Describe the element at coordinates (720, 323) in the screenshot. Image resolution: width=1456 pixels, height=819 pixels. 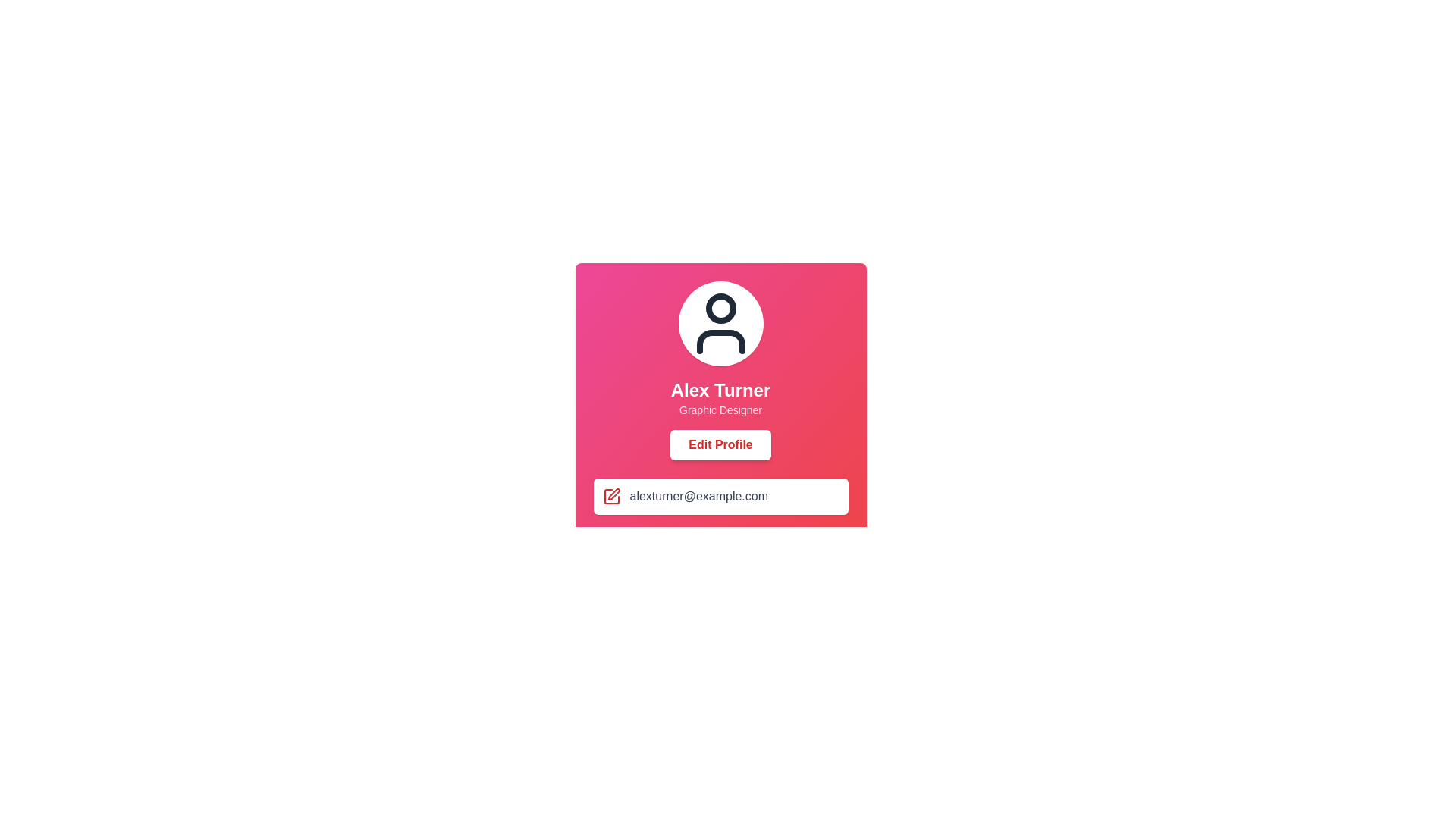
I see `the circular user silhouette icon at the top of the profile card, which features a white background and bold dark strokes, positioned above the text 'Alex Turner' and 'Graphic Designer'` at that location.